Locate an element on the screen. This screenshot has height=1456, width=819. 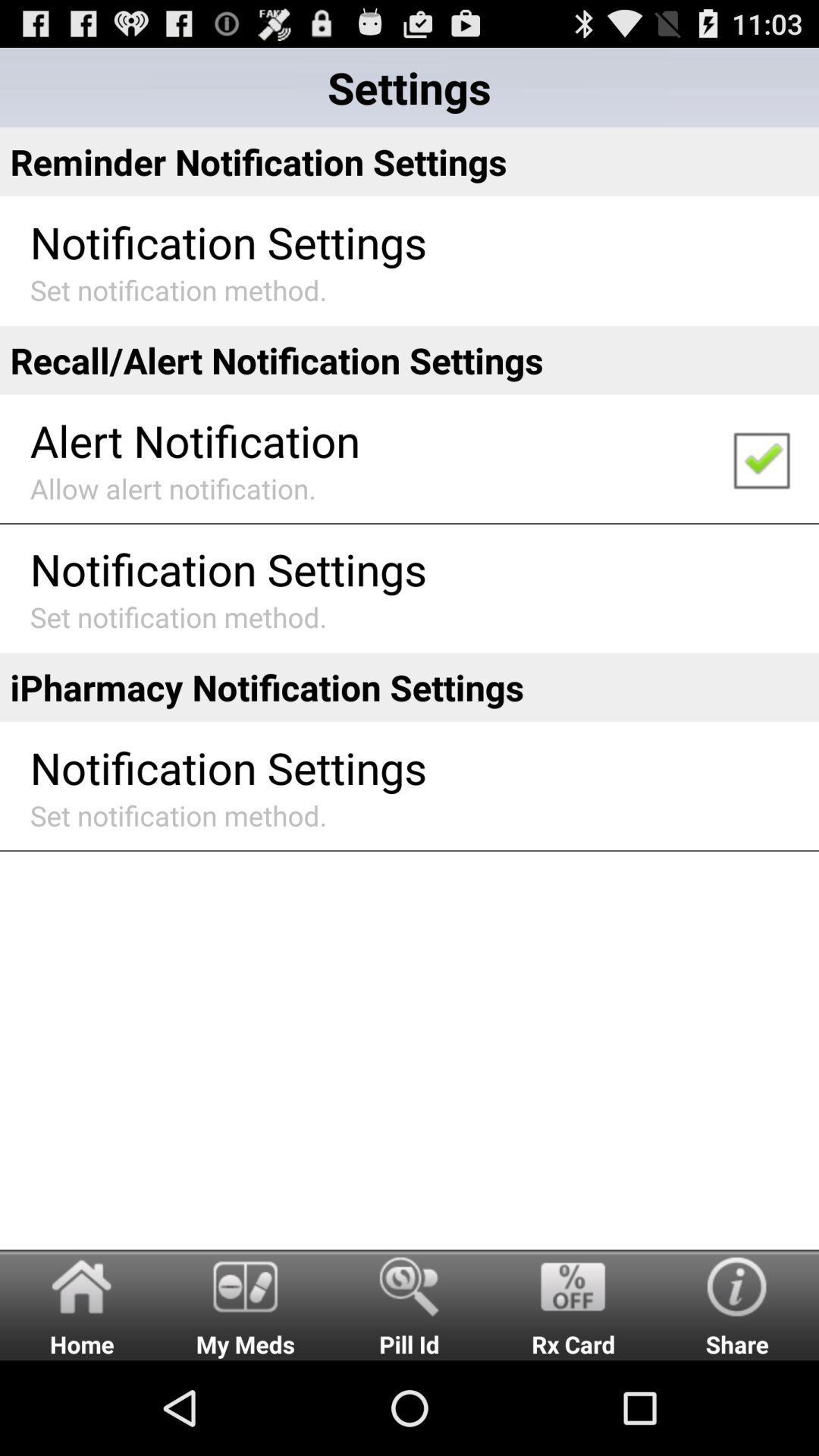
the icon below the set notification method. is located at coordinates (82, 1304).